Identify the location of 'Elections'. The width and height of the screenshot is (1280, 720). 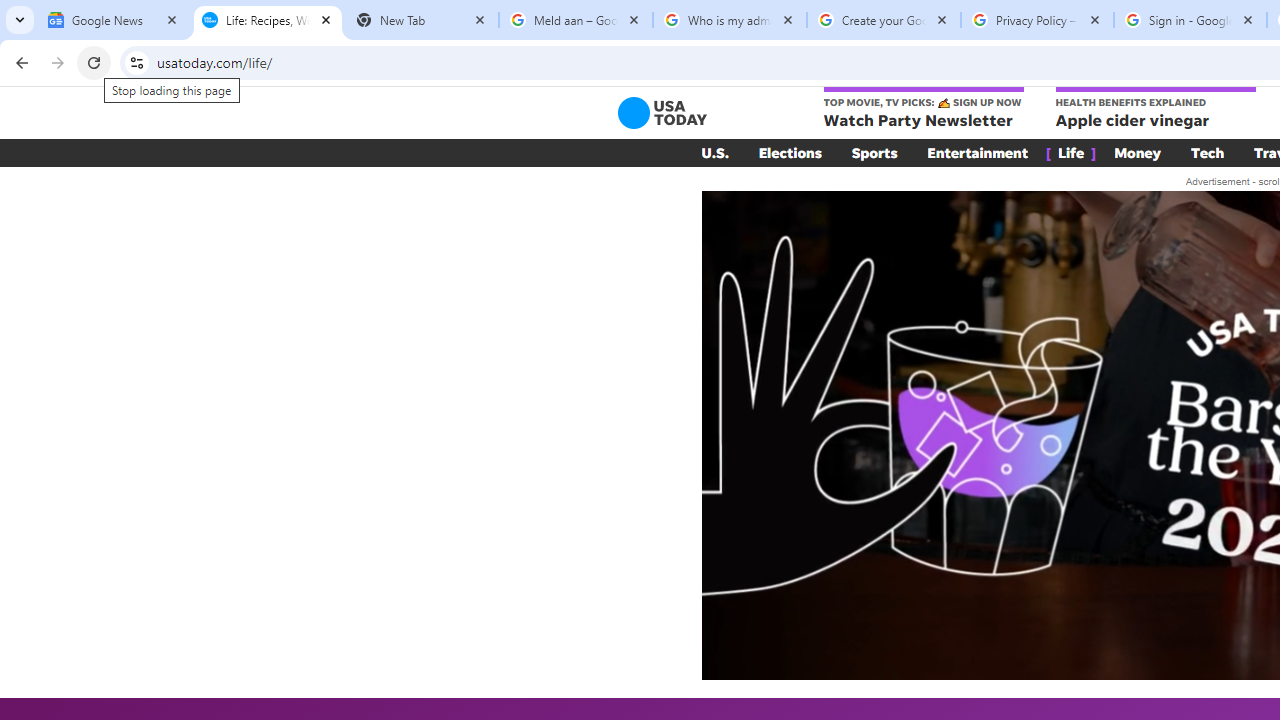
(788, 152).